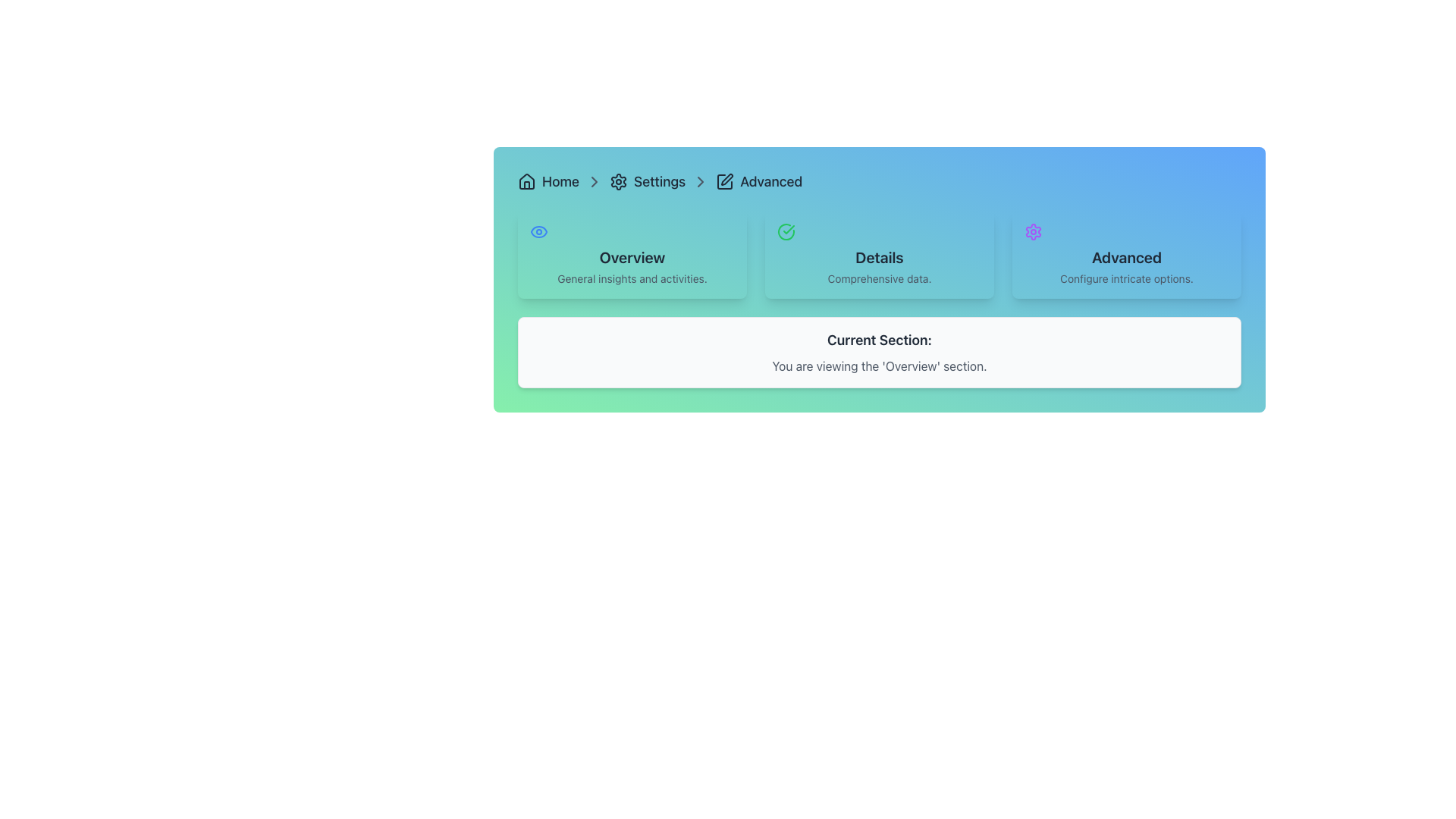 Image resolution: width=1456 pixels, height=819 pixels. What do you see at coordinates (619, 180) in the screenshot?
I see `the gear-like icon representing settings in the top navigation bar, located between the 'Home' and 'Advanced' breadcrumb links` at bounding box center [619, 180].